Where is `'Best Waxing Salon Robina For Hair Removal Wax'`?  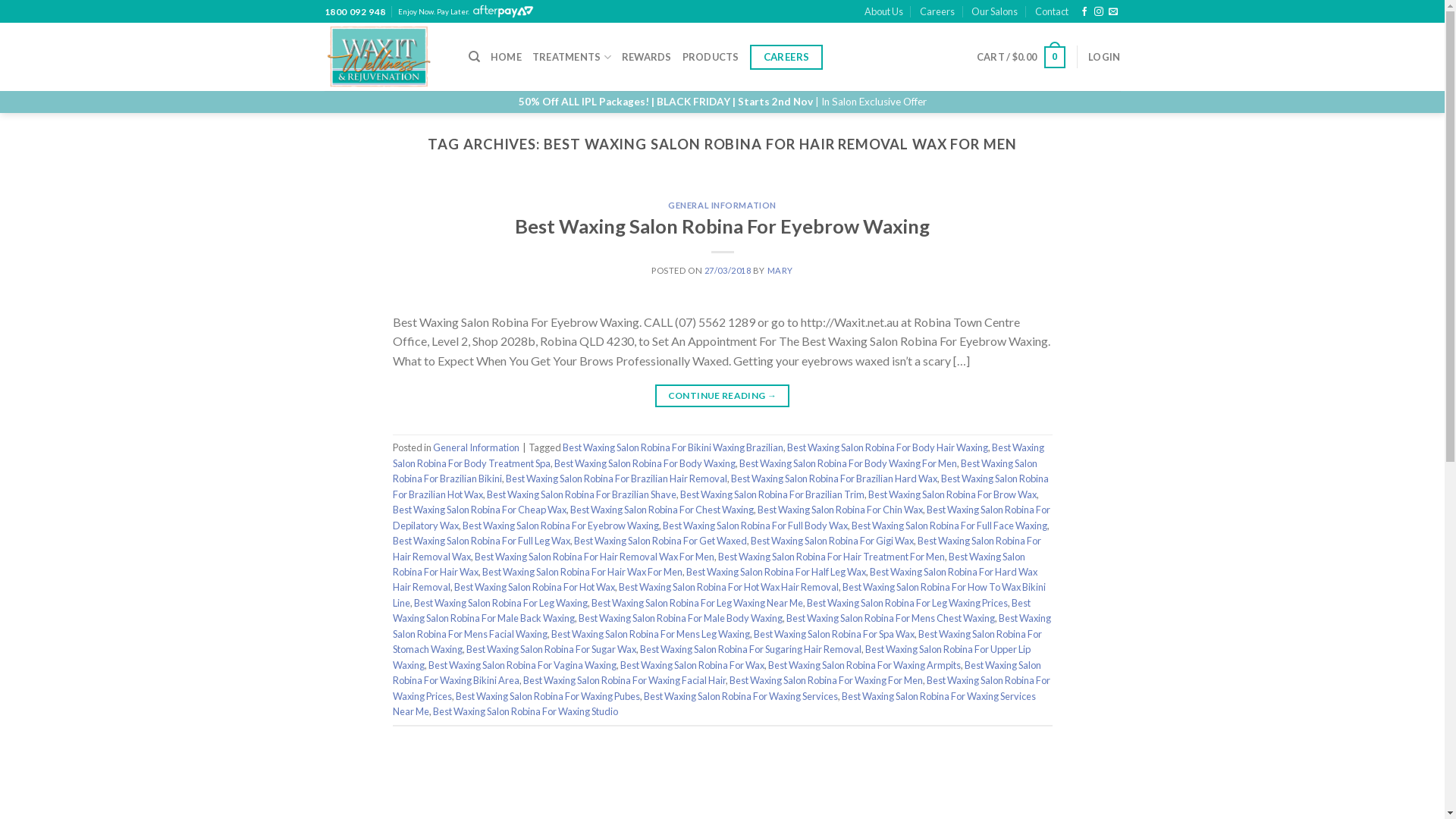
'Best Waxing Salon Robina For Hair Removal Wax' is located at coordinates (716, 548).